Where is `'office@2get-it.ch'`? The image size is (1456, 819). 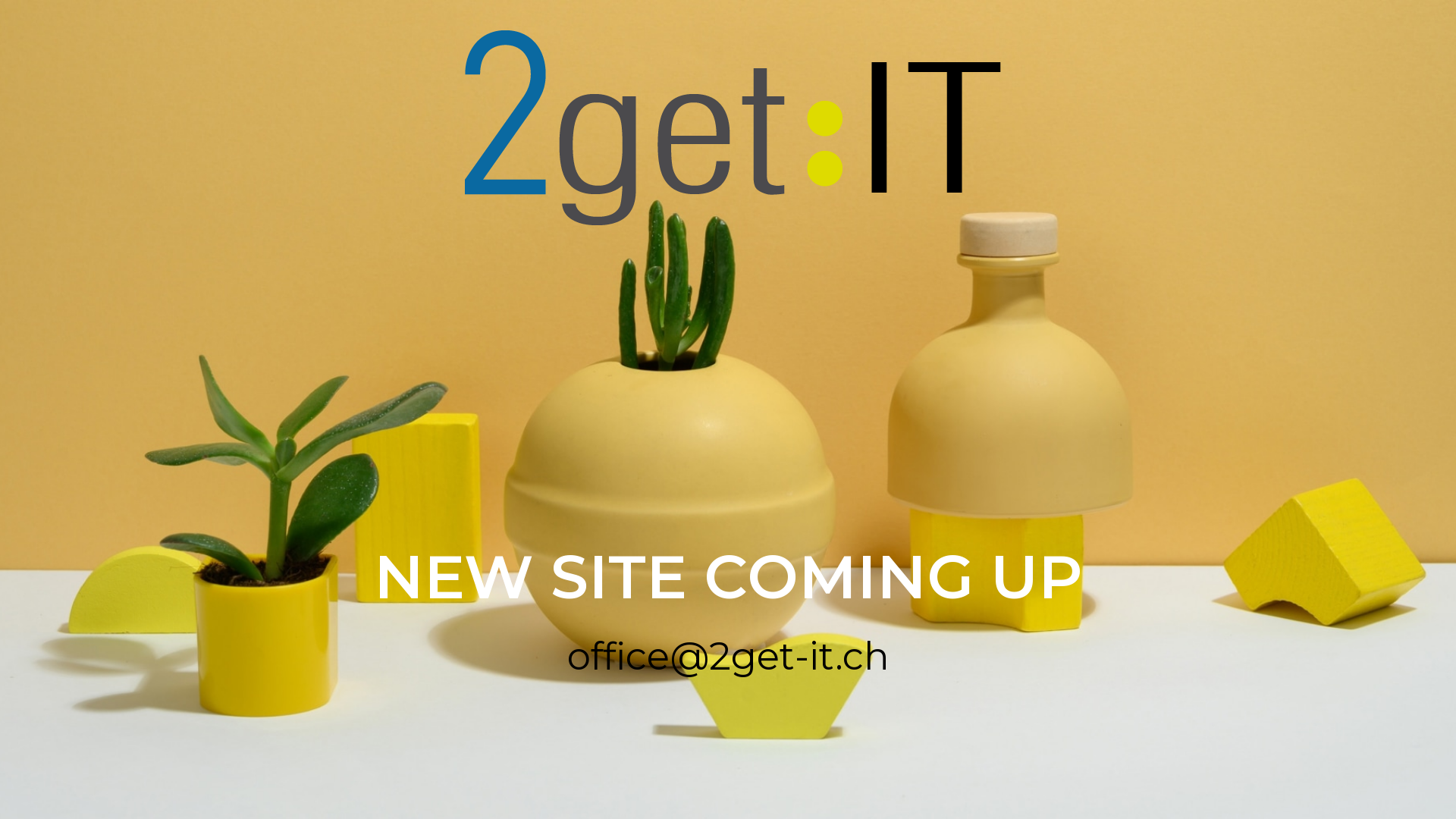 'office@2get-it.ch' is located at coordinates (728, 655).